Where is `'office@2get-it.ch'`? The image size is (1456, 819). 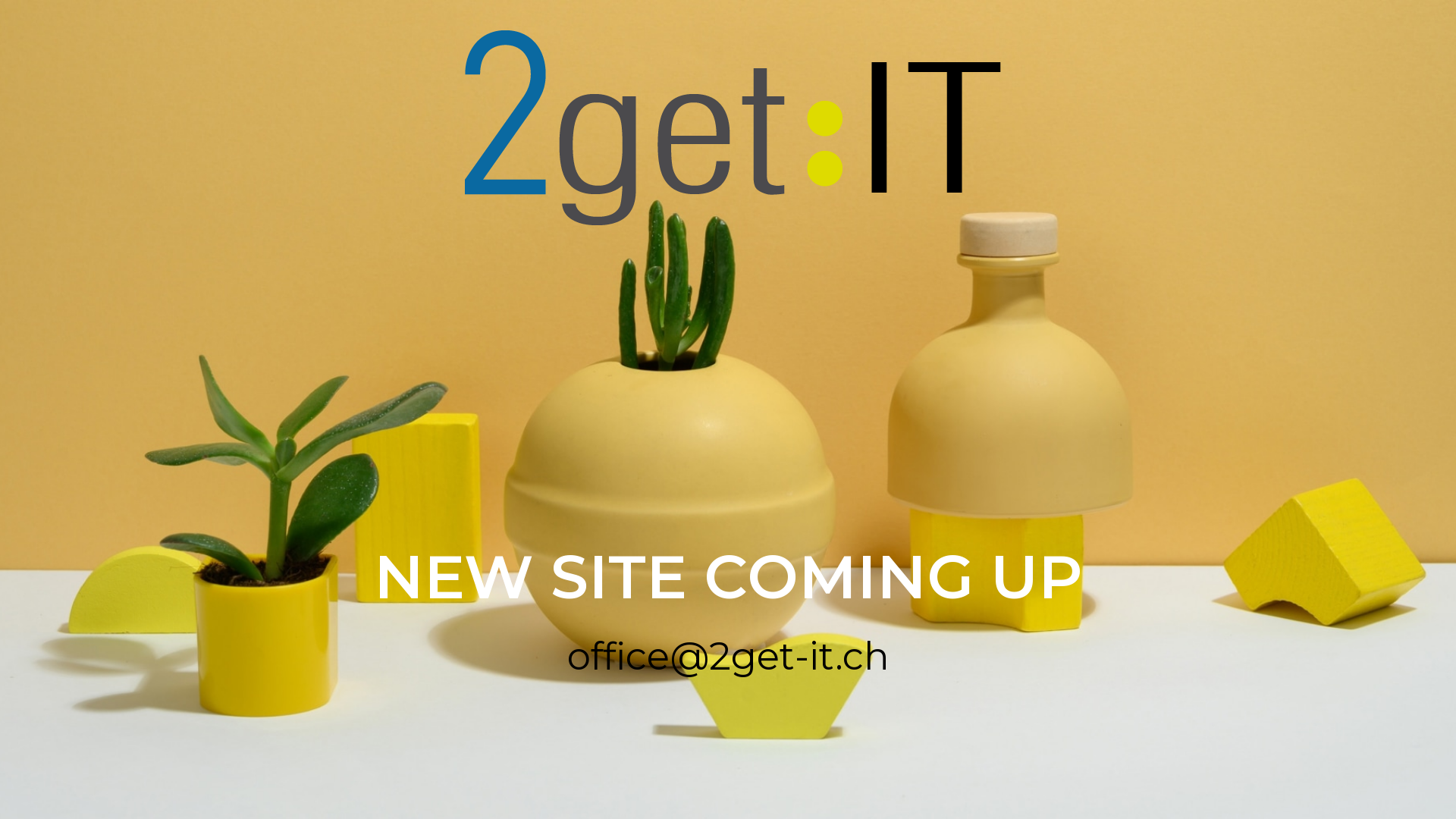 'office@2get-it.ch' is located at coordinates (728, 655).